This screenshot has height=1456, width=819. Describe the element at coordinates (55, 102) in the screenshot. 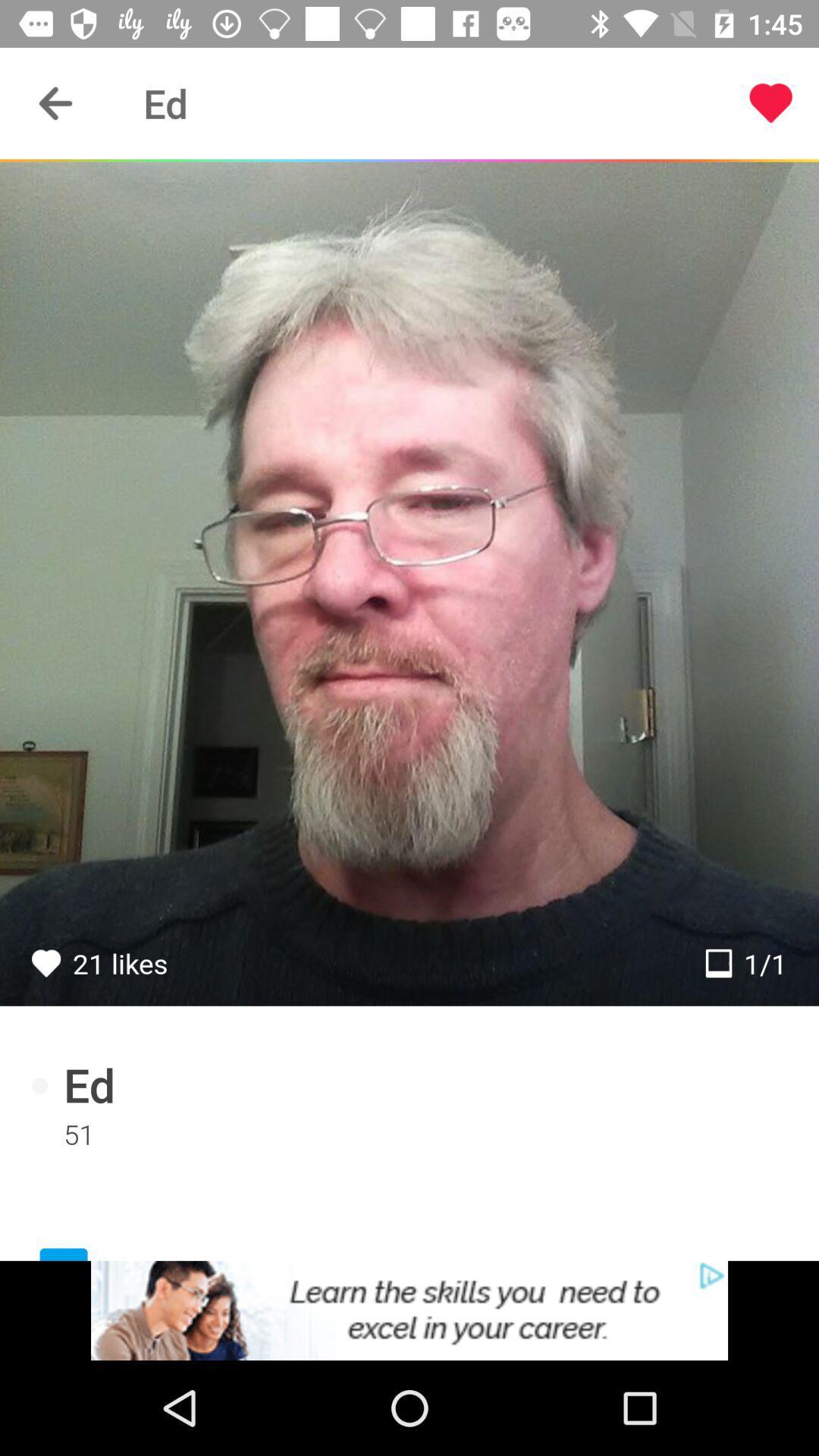

I see `previous` at that location.